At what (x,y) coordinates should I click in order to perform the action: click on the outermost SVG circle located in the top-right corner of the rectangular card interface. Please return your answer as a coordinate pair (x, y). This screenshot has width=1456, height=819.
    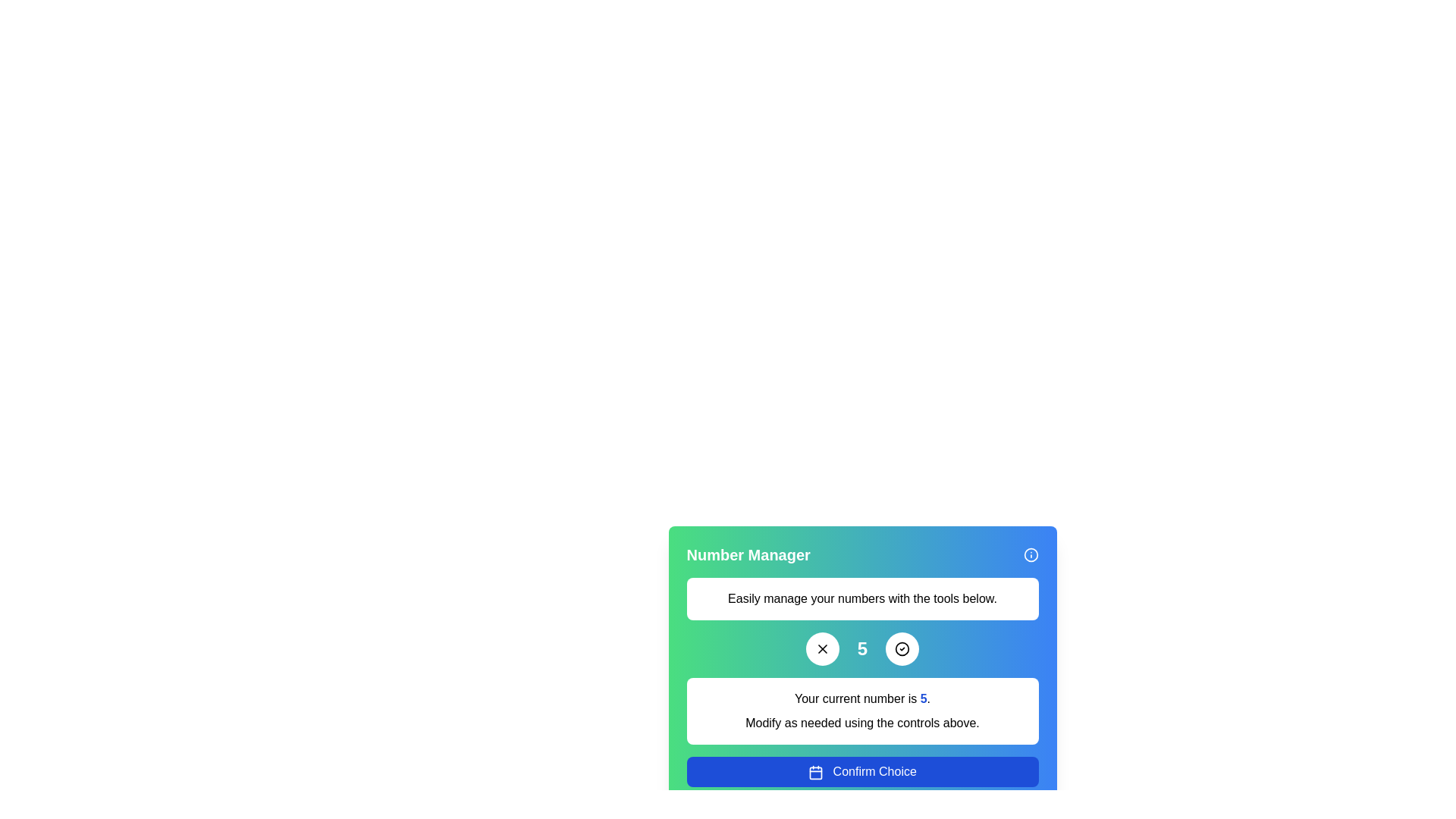
    Looking at the image, I should click on (1031, 555).